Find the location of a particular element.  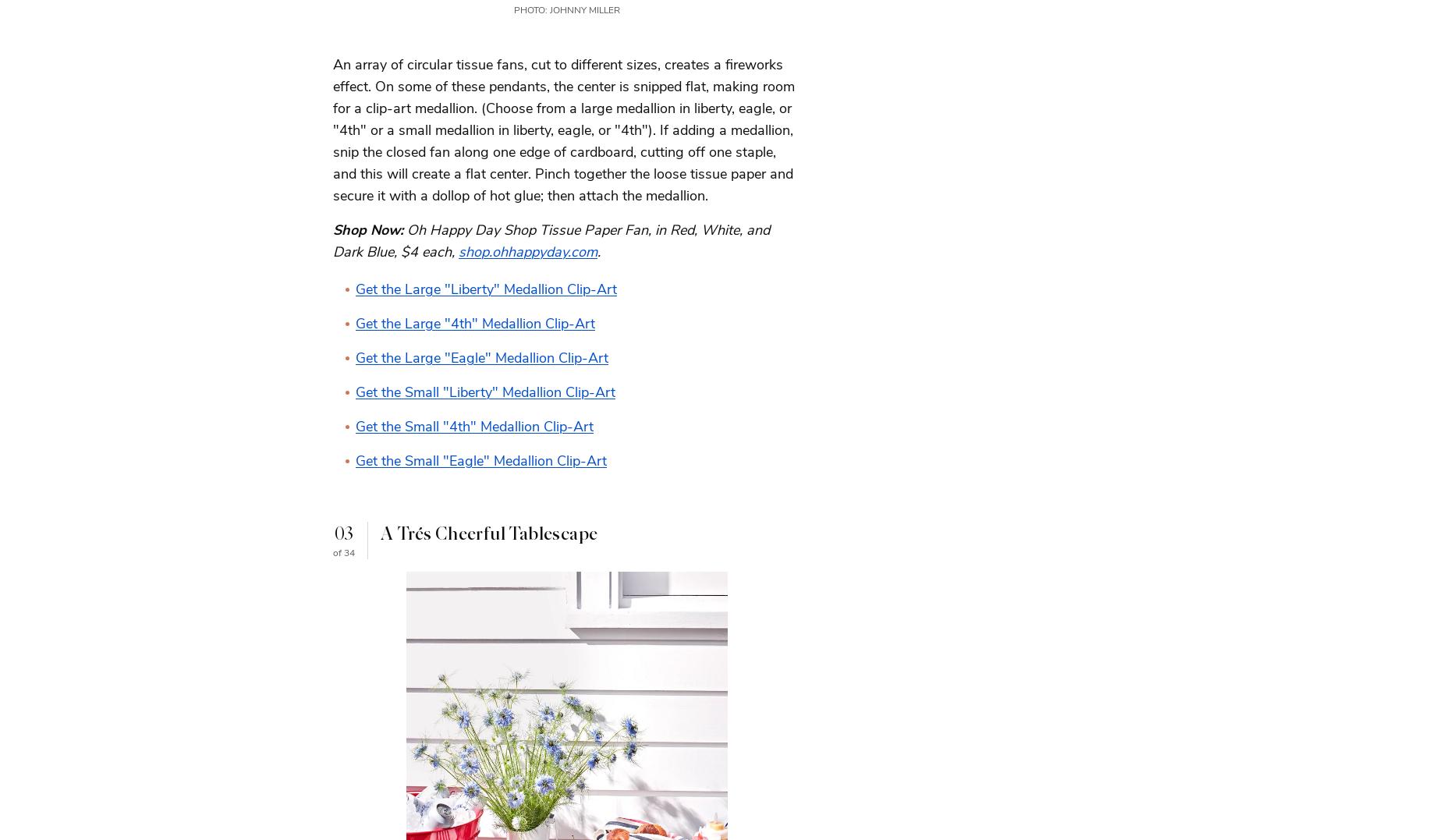

'Get the Small "Eagle" Medallion Clip-Art' is located at coordinates (480, 459).